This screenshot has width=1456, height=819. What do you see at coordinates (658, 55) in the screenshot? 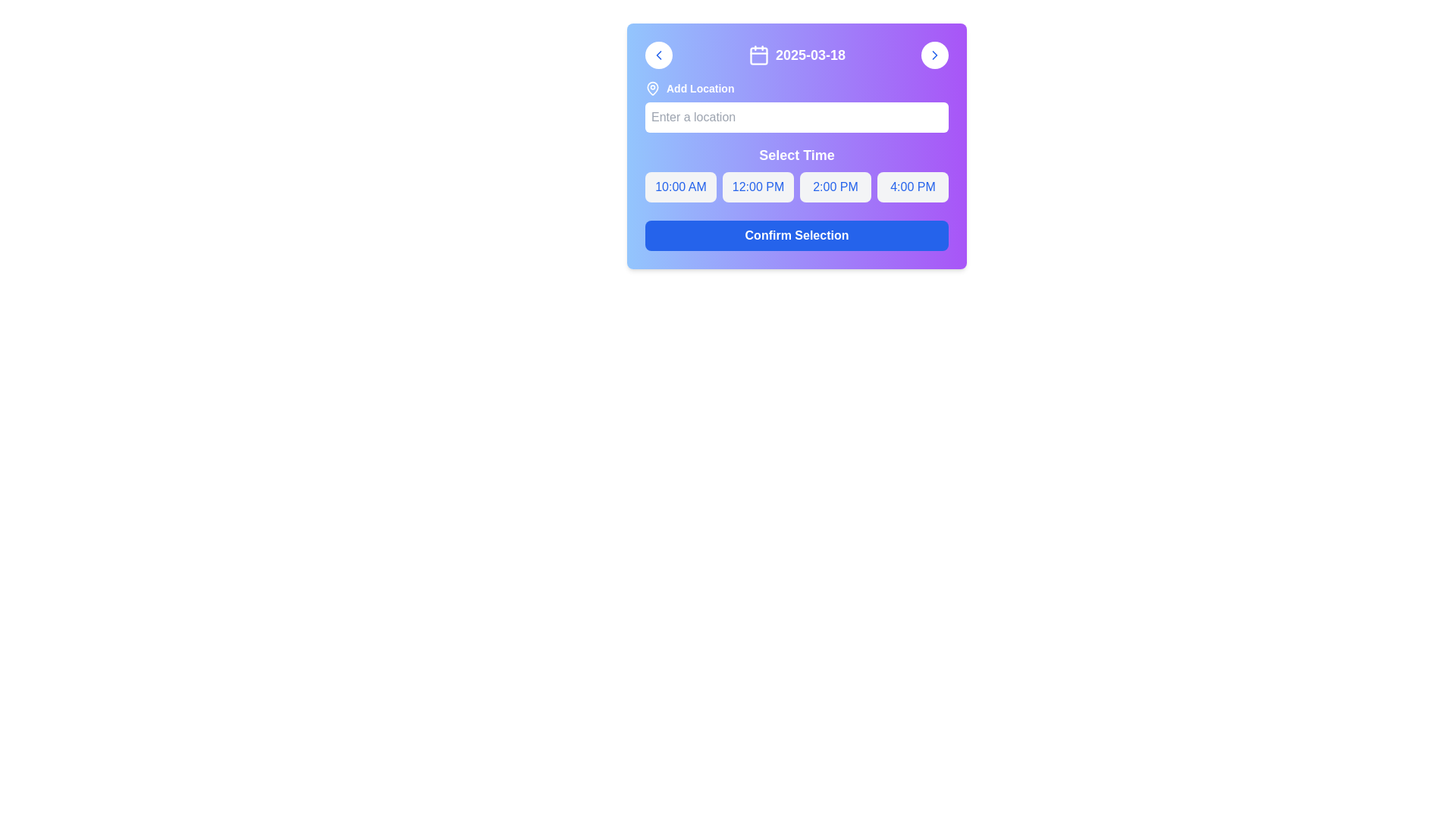
I see `the left-pointing chevron icon located within the circular button in the top-left corner of the calendar-style interface` at bounding box center [658, 55].